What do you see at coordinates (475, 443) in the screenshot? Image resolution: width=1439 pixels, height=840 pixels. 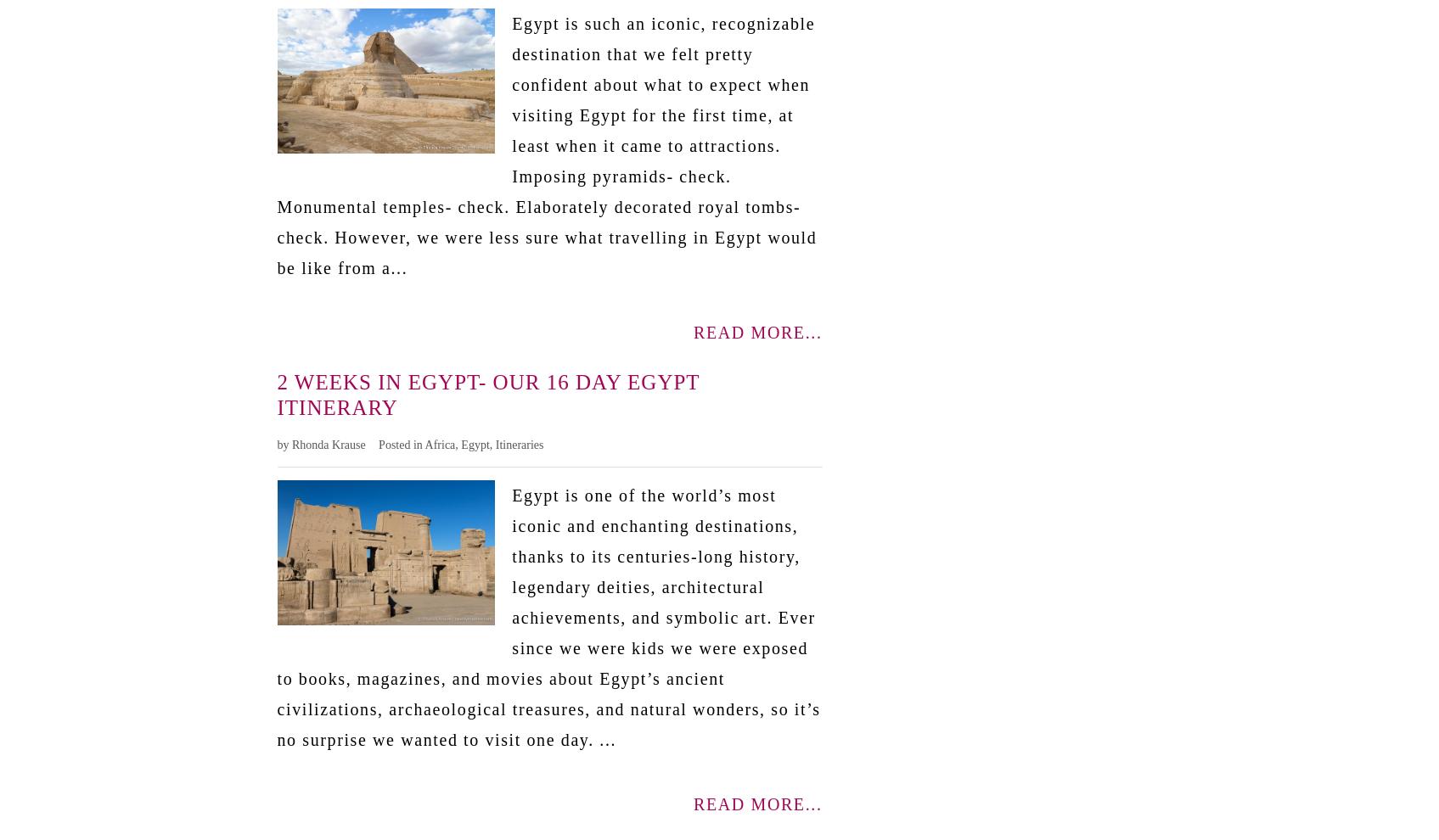 I see `'Egypt'` at bounding box center [475, 443].